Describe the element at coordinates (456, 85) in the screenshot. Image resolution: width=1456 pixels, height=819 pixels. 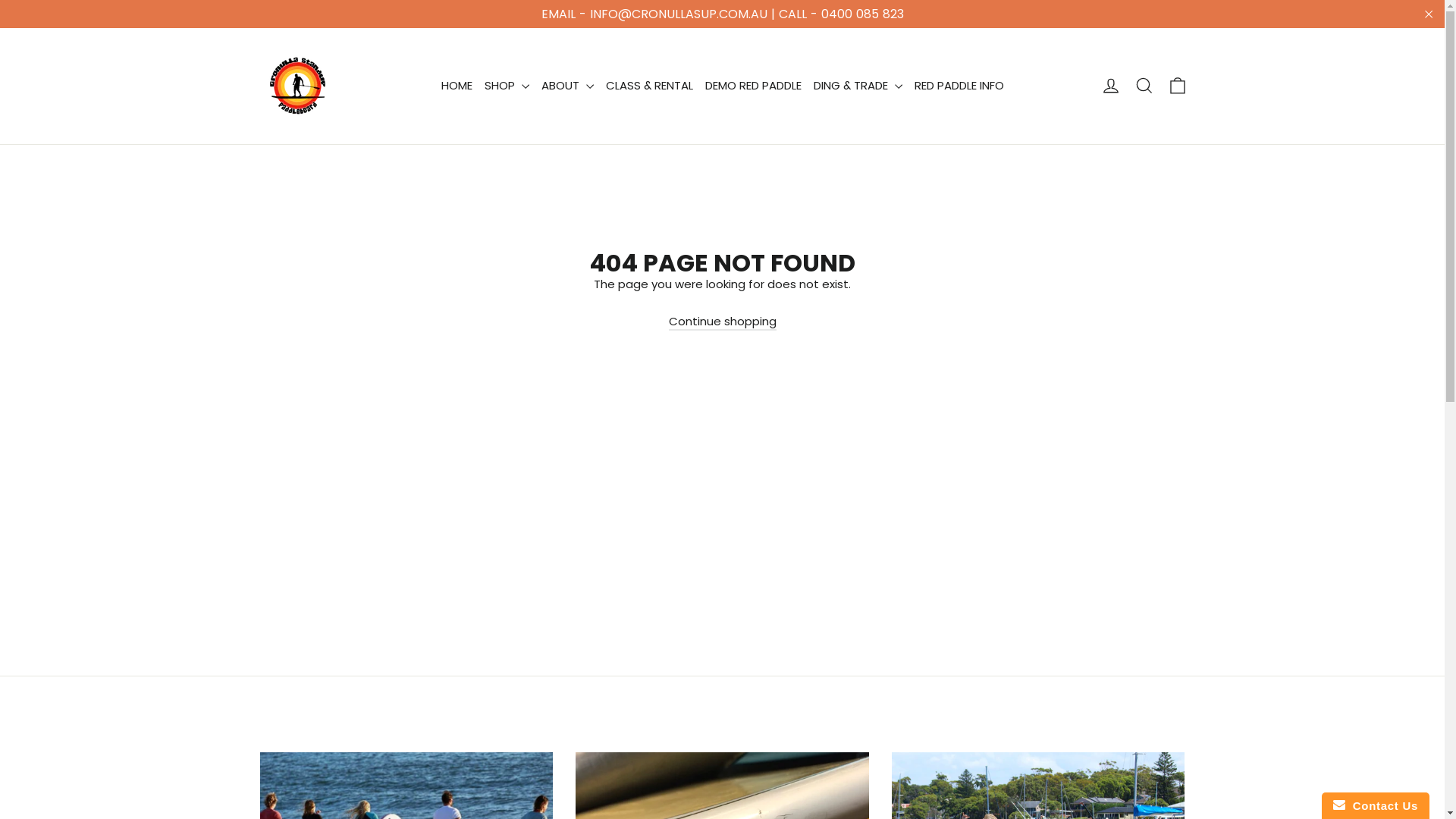
I see `'HOME'` at that location.